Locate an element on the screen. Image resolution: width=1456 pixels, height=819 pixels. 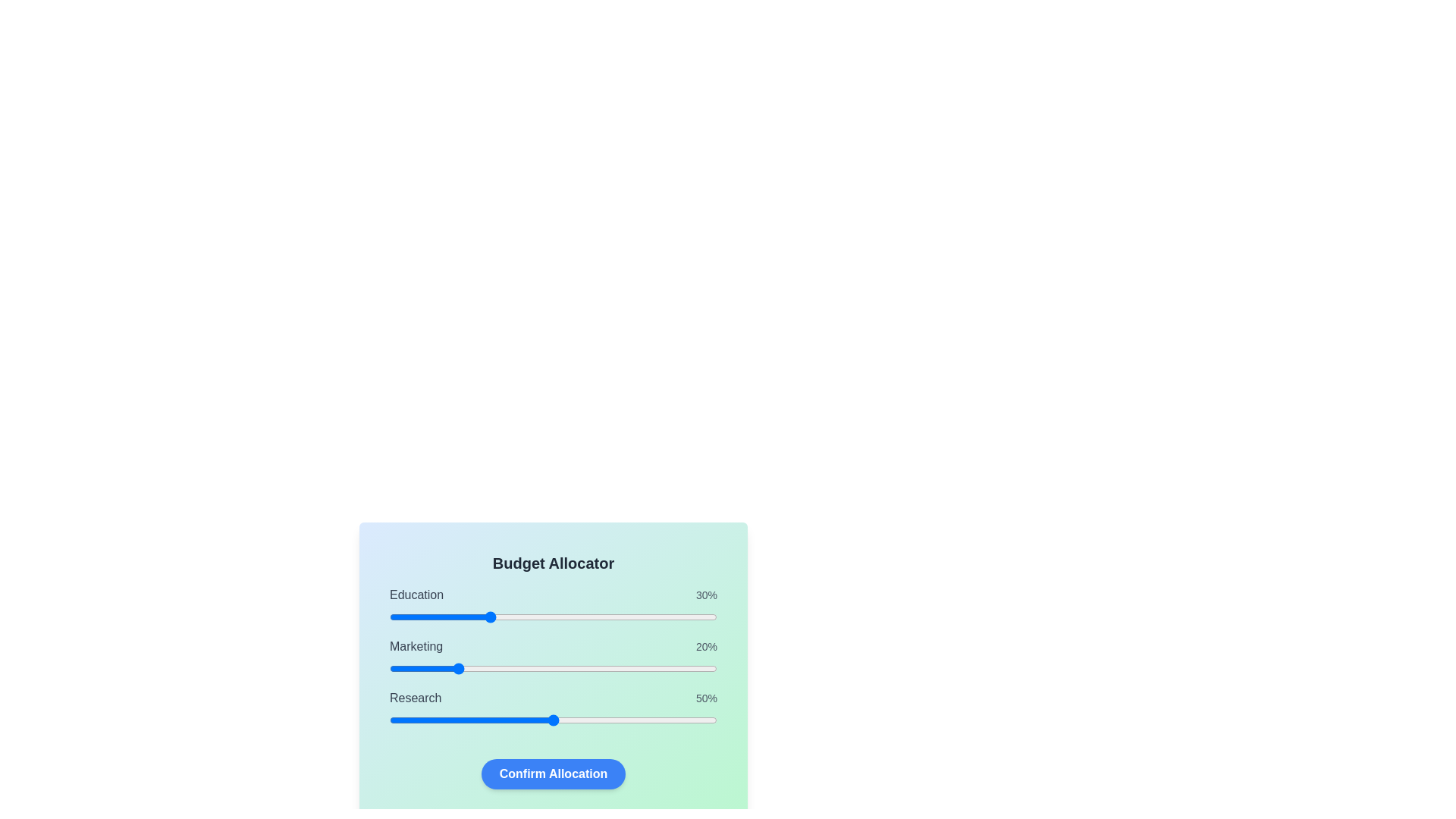
the Marketing allocation slider to 42% is located at coordinates (527, 668).